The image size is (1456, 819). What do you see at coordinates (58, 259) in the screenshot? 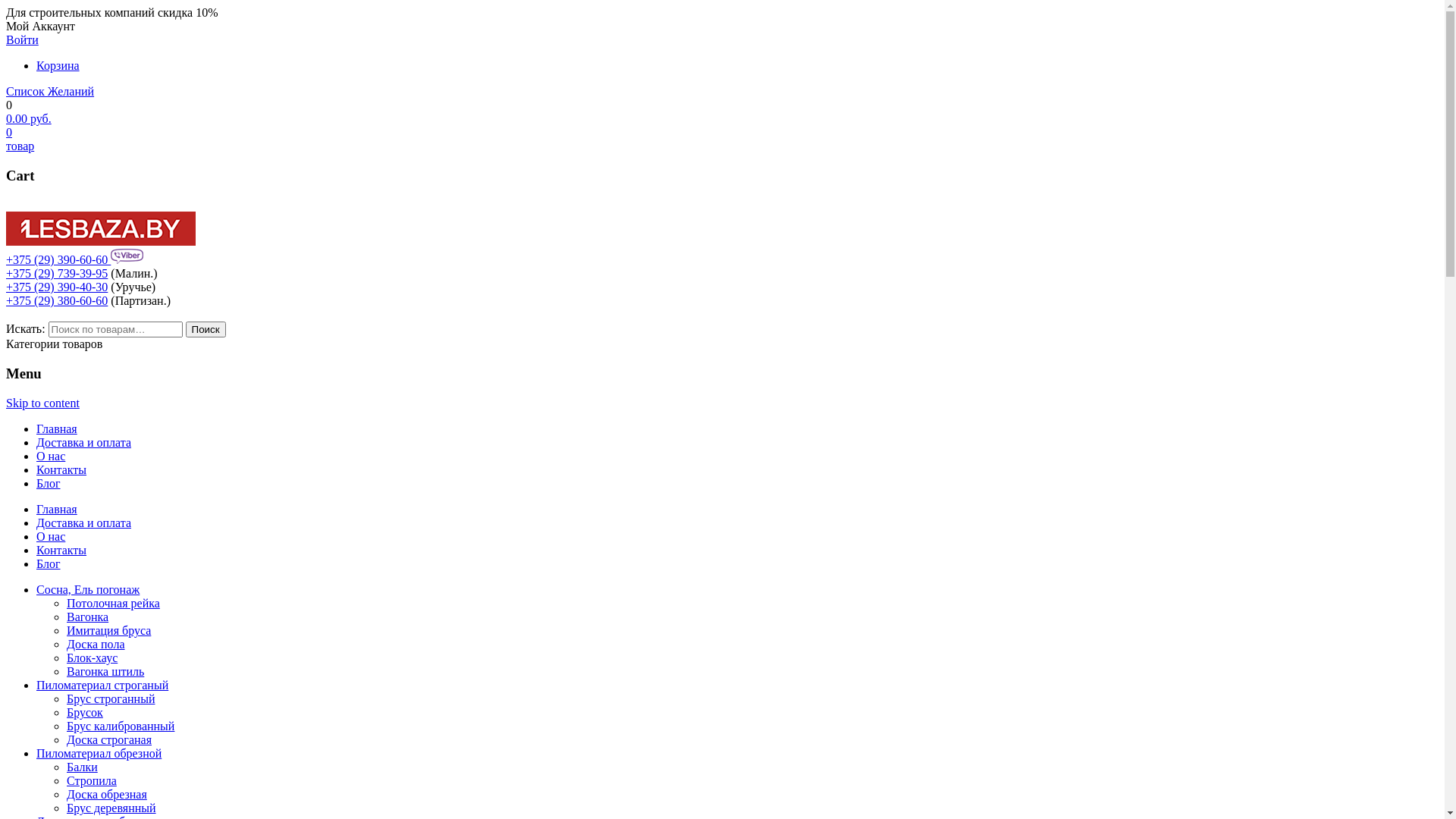
I see `'+375 (29) 390-60-60'` at bounding box center [58, 259].